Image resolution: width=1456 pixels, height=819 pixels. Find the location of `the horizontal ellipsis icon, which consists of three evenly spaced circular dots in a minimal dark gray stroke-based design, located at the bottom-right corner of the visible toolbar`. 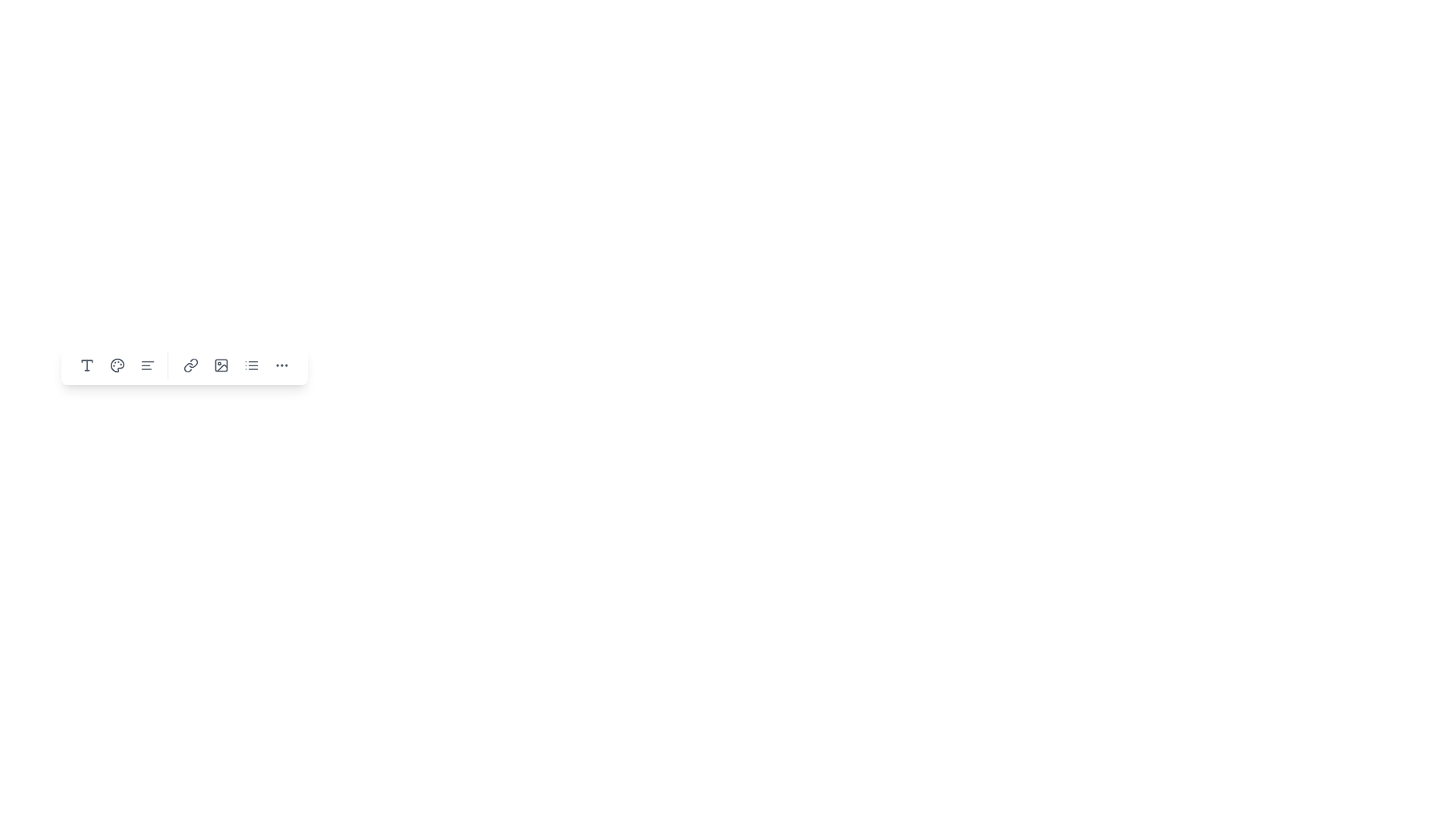

the horizontal ellipsis icon, which consists of three evenly spaced circular dots in a minimal dark gray stroke-based design, located at the bottom-right corner of the visible toolbar is located at coordinates (282, 366).